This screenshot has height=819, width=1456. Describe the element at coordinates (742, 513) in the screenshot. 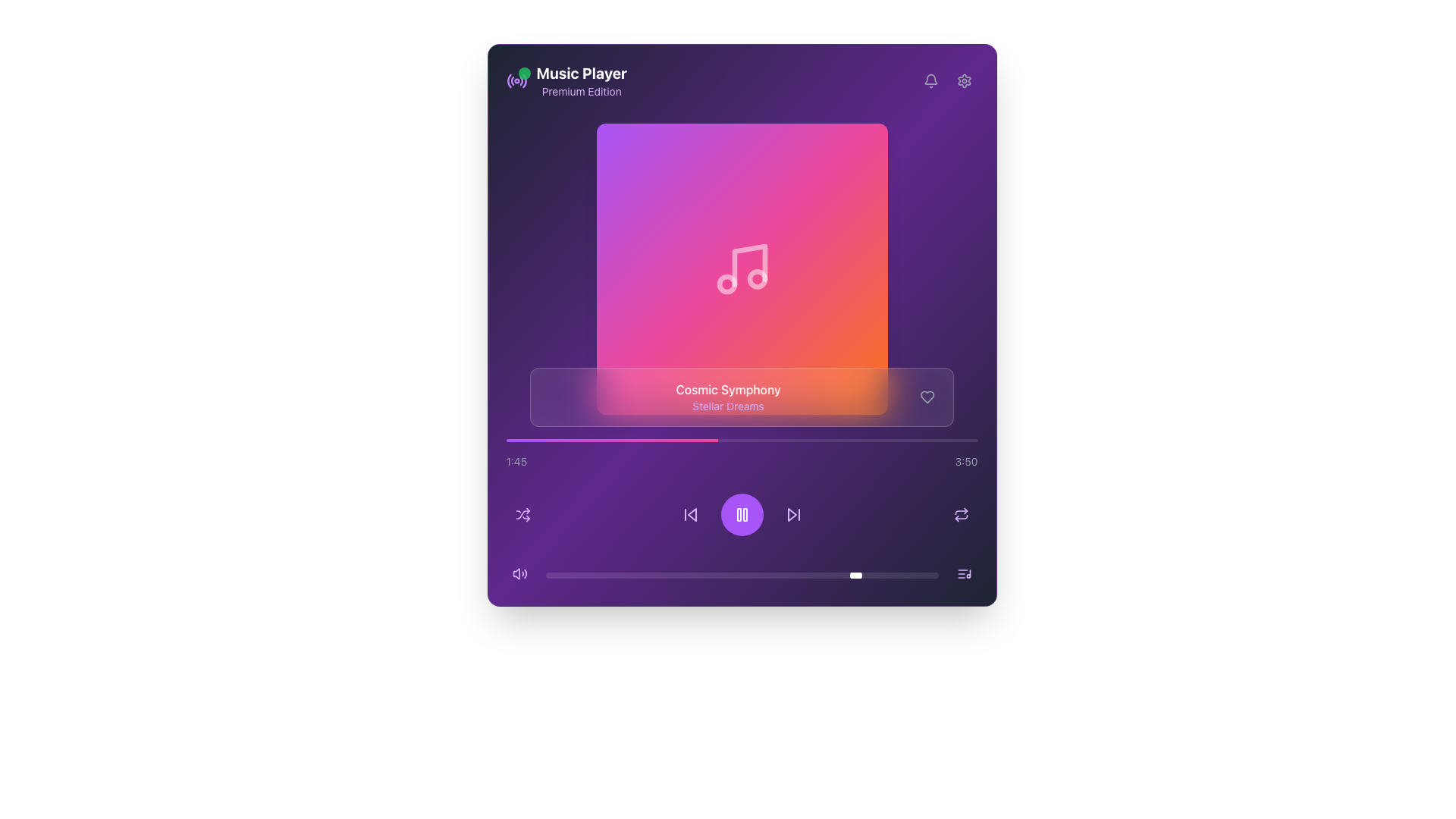

I see `the play/pause button located at the bottom center of the music player interface` at that location.